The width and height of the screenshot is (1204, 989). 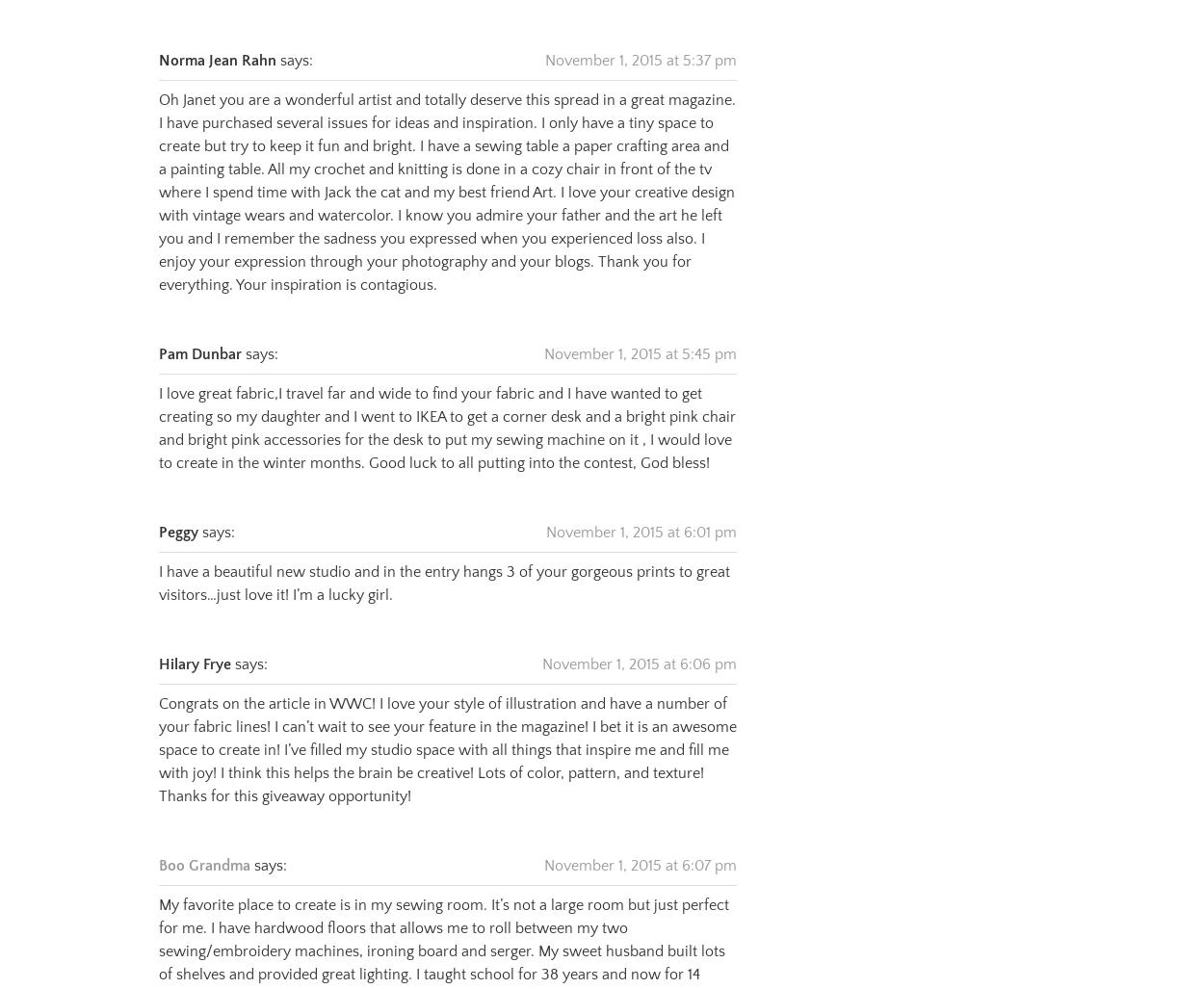 What do you see at coordinates (641, 330) in the screenshot?
I see `'November 1, 2015 at 5:45 pm'` at bounding box center [641, 330].